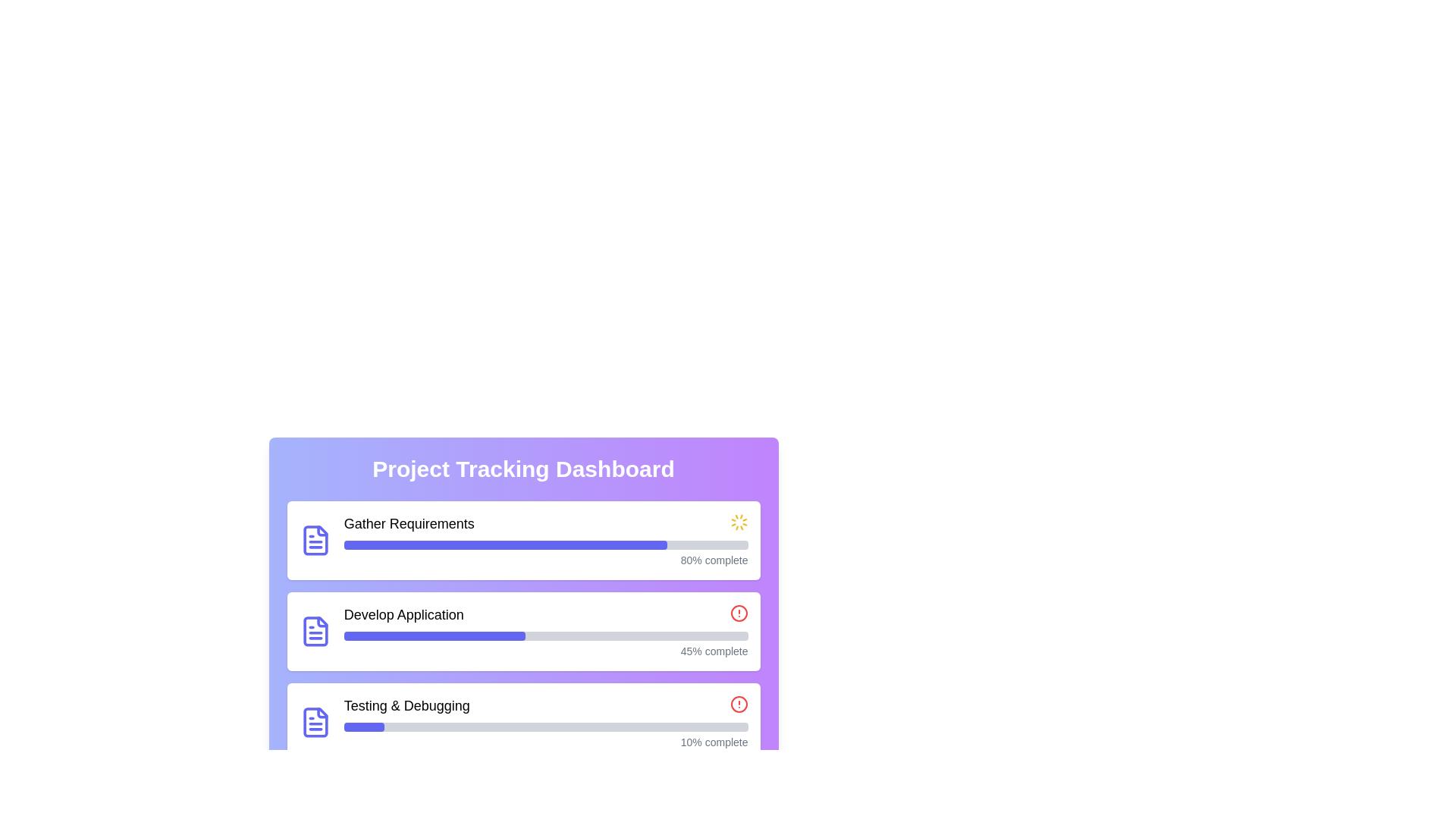 Image resolution: width=1456 pixels, height=819 pixels. What do you see at coordinates (739, 704) in the screenshot?
I see `the alert icon located in the 'Testing & Debugging' section, which is positioned at the rightmost side adjacent to the progress bar's end and the text '10% complete'` at bounding box center [739, 704].